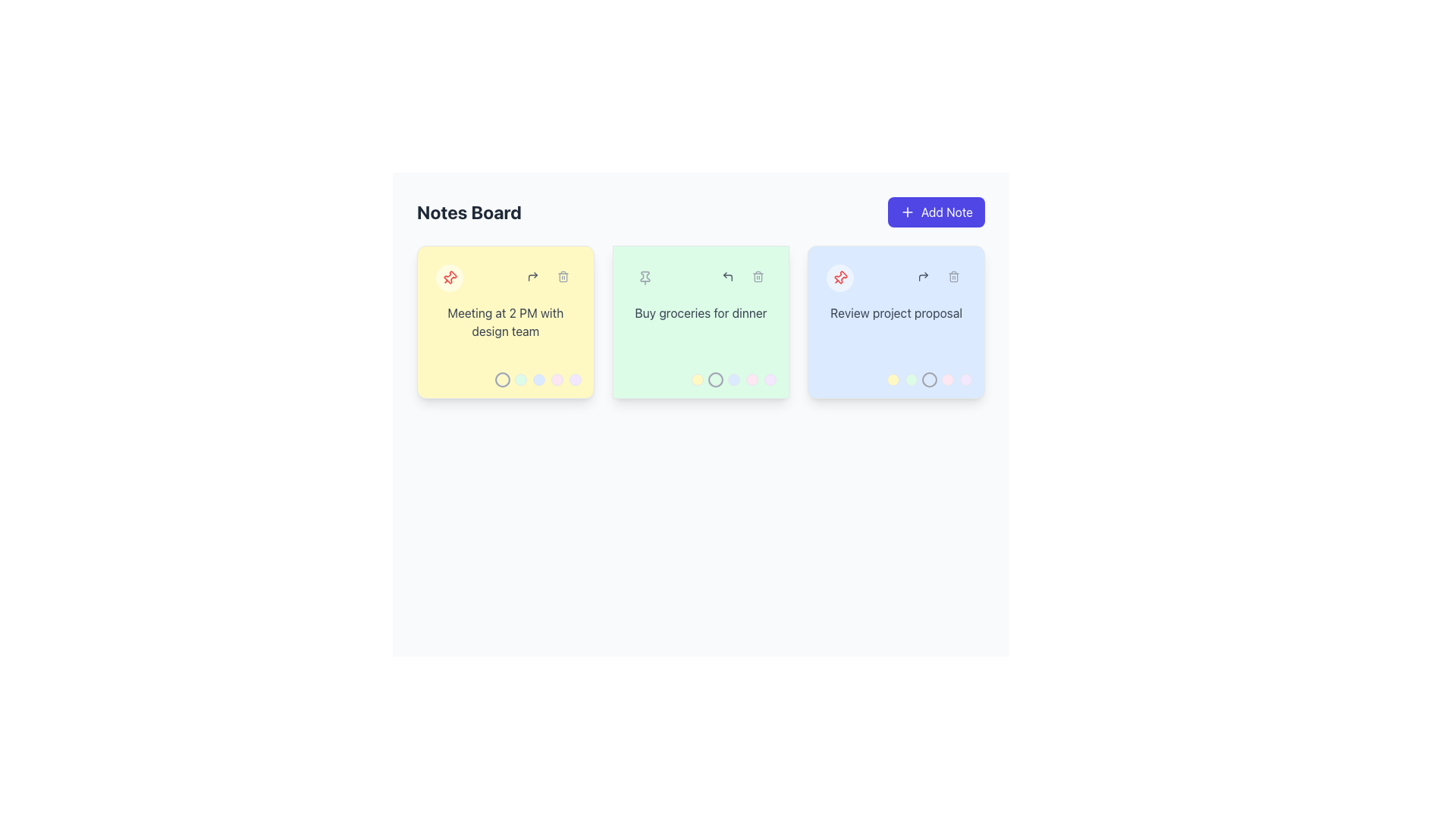 The height and width of the screenshot is (819, 1456). What do you see at coordinates (935, 212) in the screenshot?
I see `the 'Add Note' button, which is a rounded rectangular button with a purple background and white text, located on the right side of the 'Notes Board' header section` at bounding box center [935, 212].